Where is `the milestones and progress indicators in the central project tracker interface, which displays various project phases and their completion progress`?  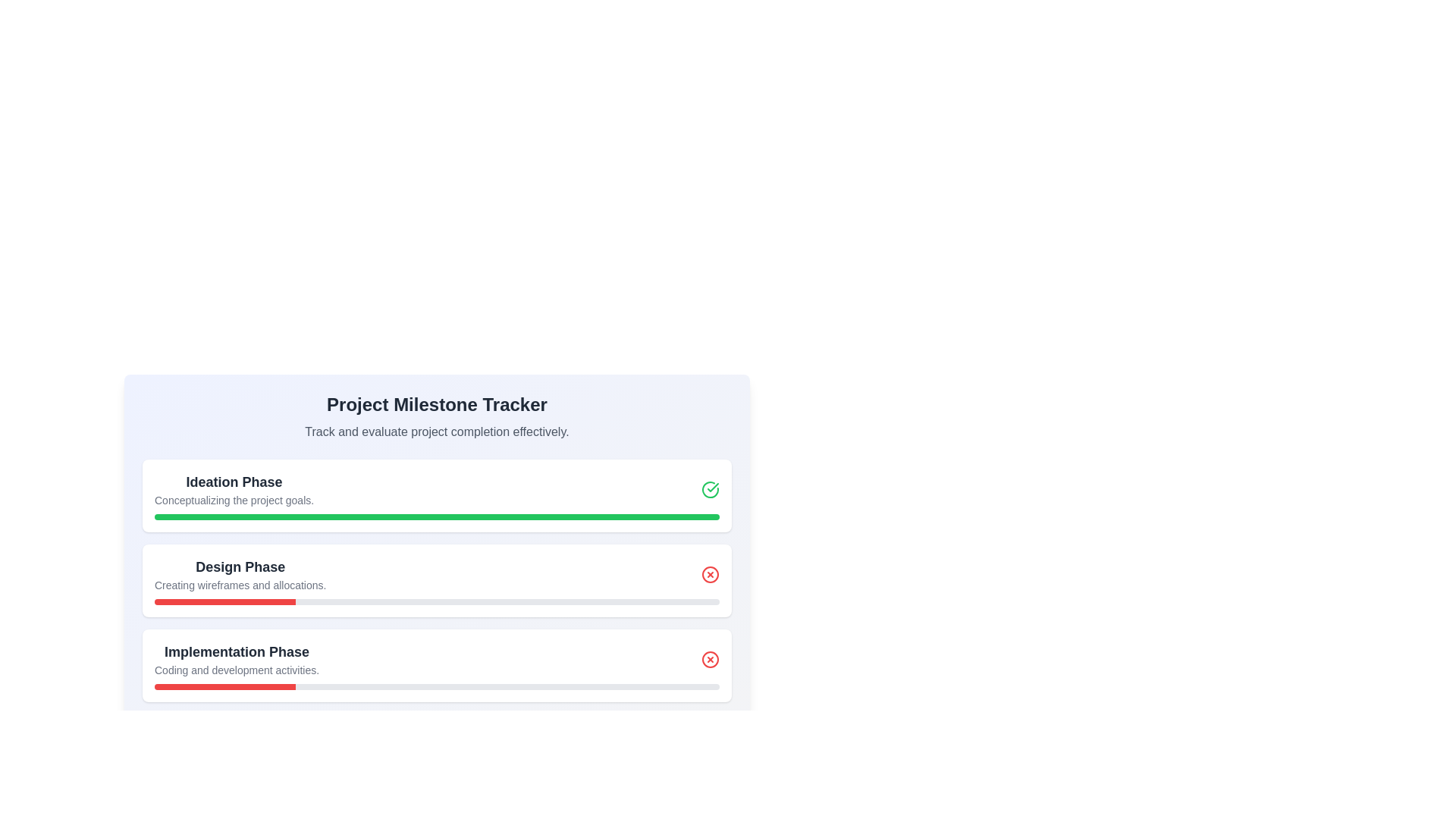
the milestones and progress indicators in the central project tracker interface, which displays various project phases and their completion progress is located at coordinates (436, 532).